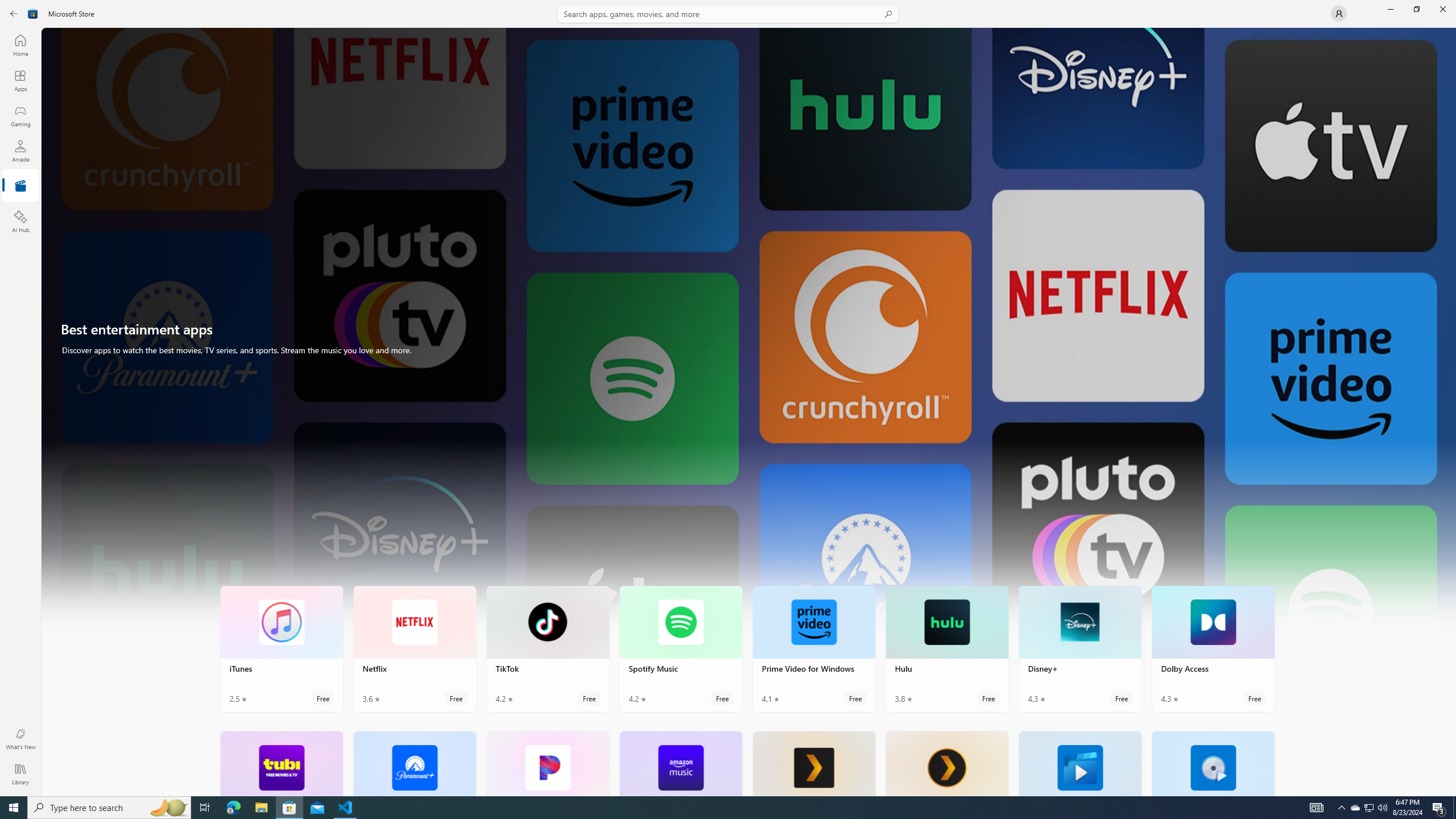  What do you see at coordinates (19, 738) in the screenshot?
I see `'What'` at bounding box center [19, 738].